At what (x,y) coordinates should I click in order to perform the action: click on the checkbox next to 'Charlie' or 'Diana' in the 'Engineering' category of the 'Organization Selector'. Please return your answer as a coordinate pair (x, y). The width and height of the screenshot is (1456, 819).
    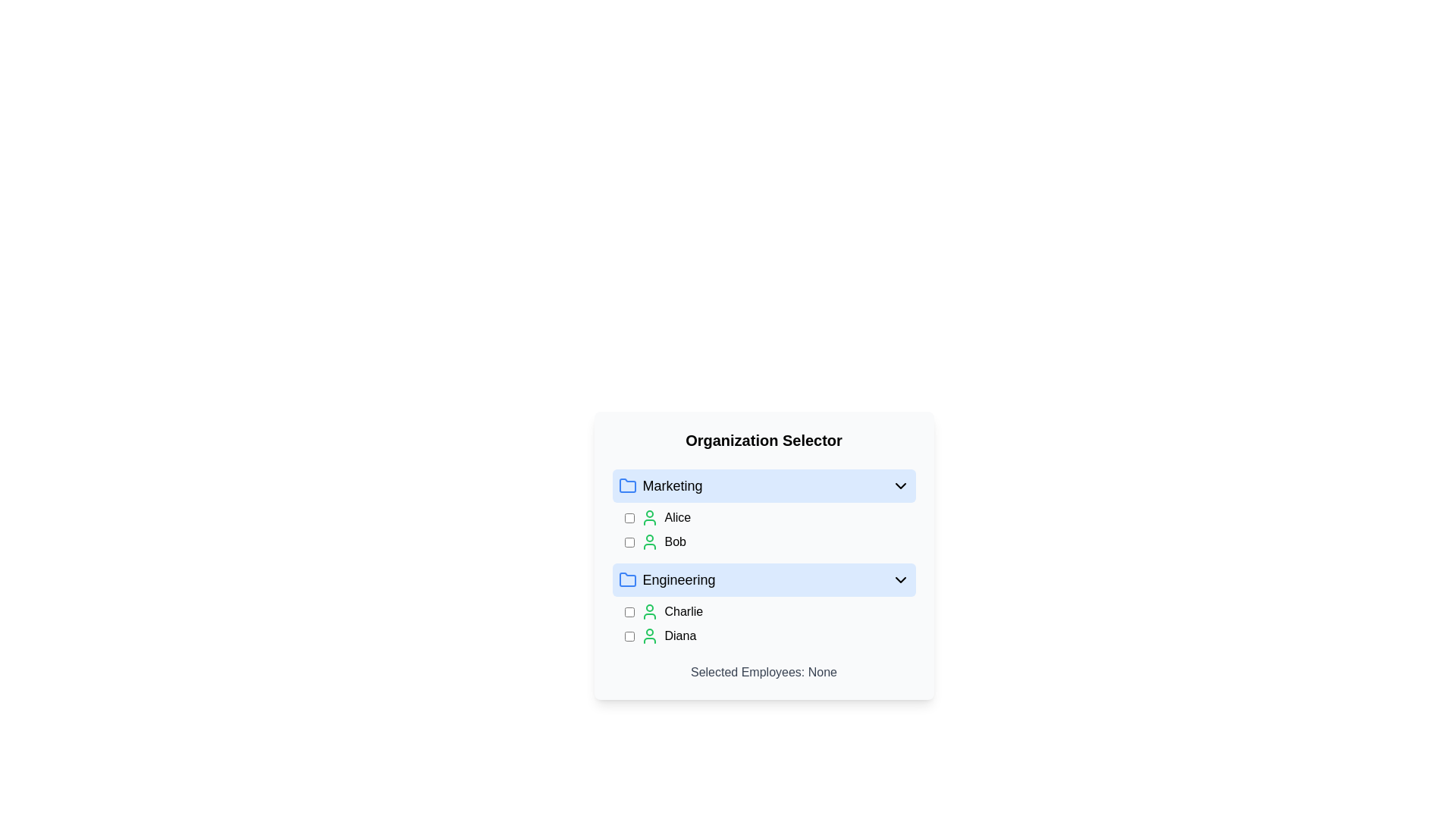
    Looking at the image, I should click on (764, 623).